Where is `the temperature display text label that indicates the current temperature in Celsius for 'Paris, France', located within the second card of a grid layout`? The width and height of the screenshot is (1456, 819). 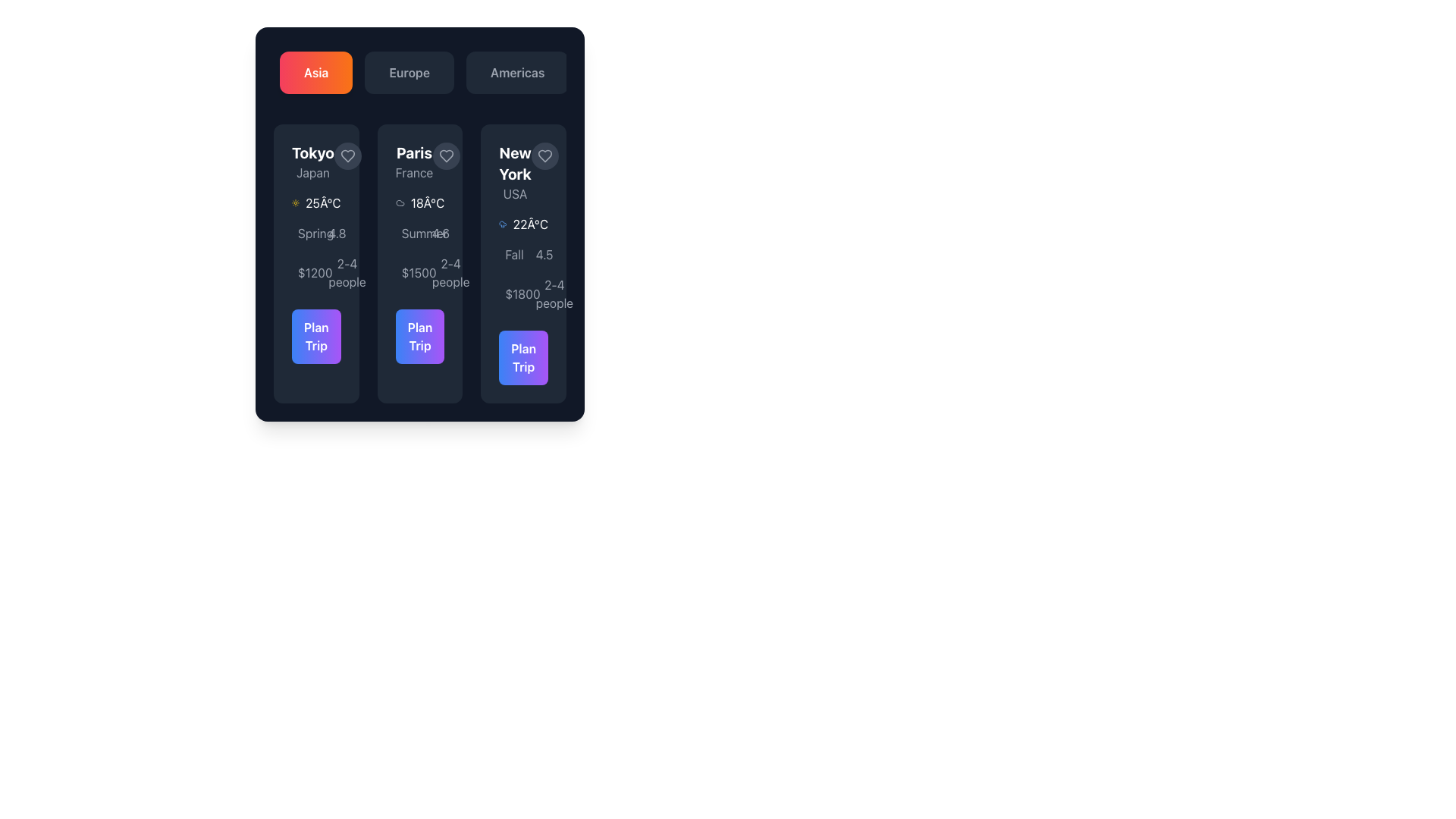
the temperature display text label that indicates the current temperature in Celsius for 'Paris, France', located within the second card of a grid layout is located at coordinates (427, 202).